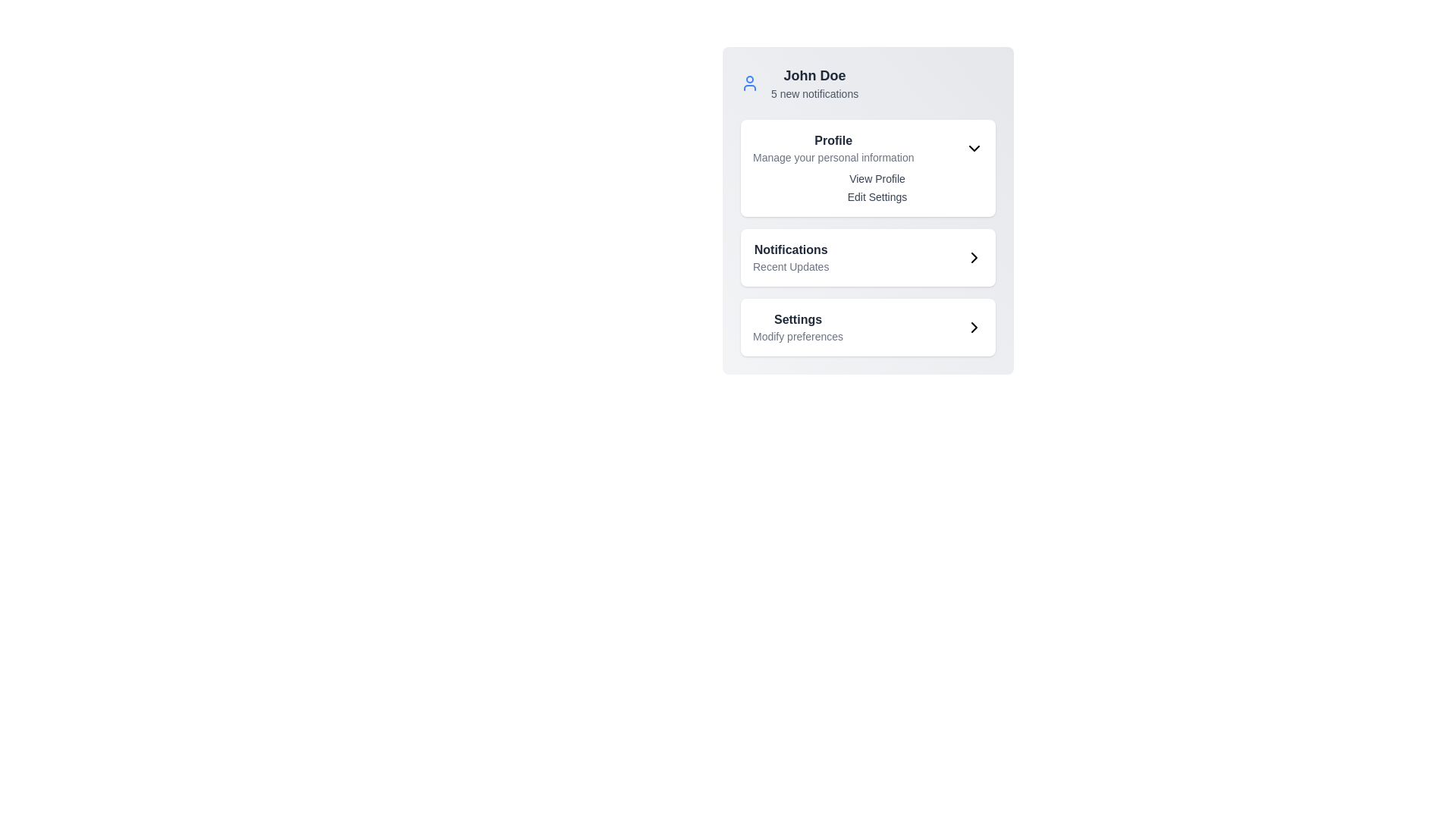 Image resolution: width=1456 pixels, height=819 pixels. What do you see at coordinates (974, 327) in the screenshot?
I see `the right-pointing chevron arrow icon located within the 'Settings' section` at bounding box center [974, 327].